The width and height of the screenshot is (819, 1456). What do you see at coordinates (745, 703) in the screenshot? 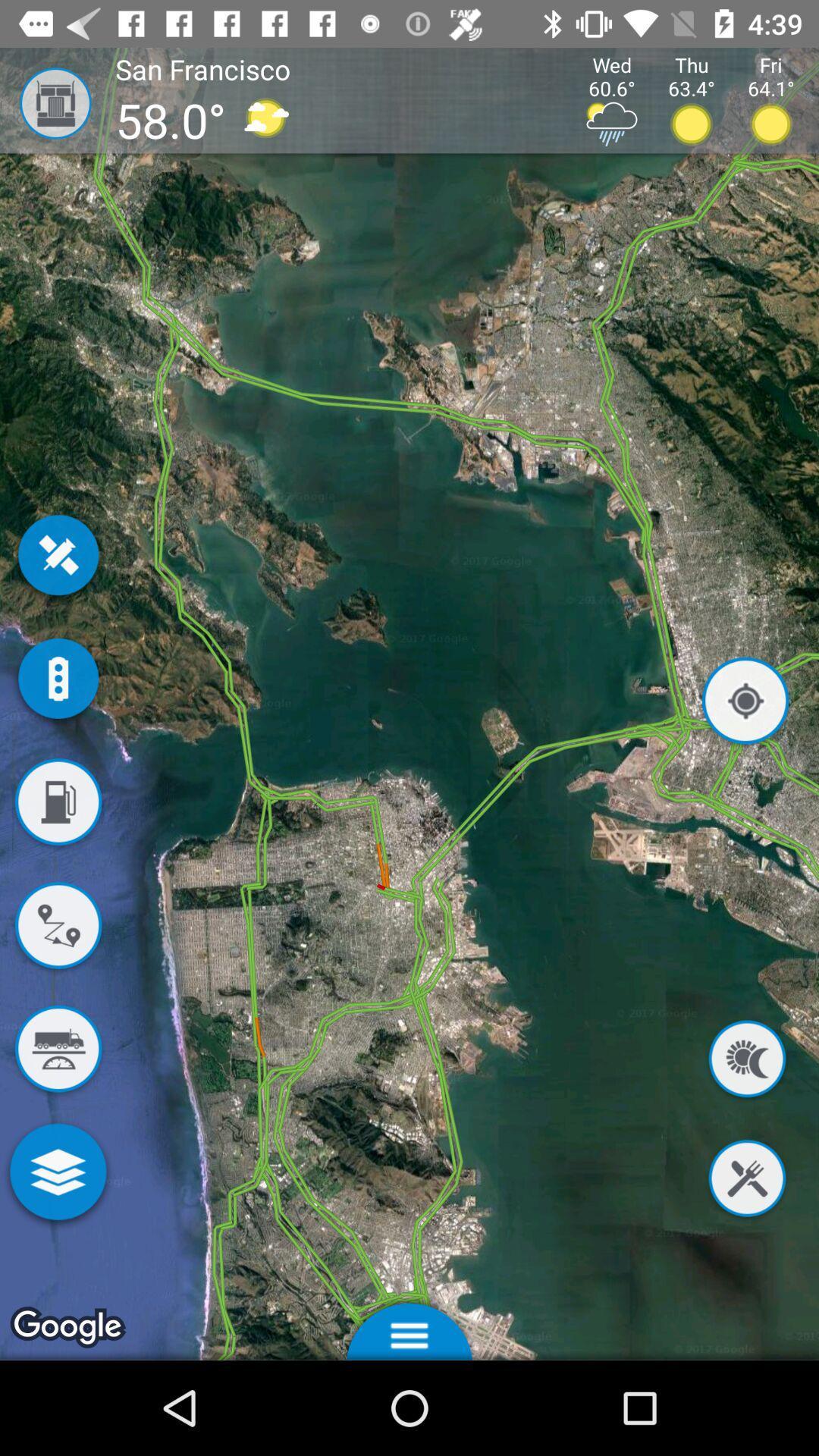
I see `the location_crosshair icon` at bounding box center [745, 703].